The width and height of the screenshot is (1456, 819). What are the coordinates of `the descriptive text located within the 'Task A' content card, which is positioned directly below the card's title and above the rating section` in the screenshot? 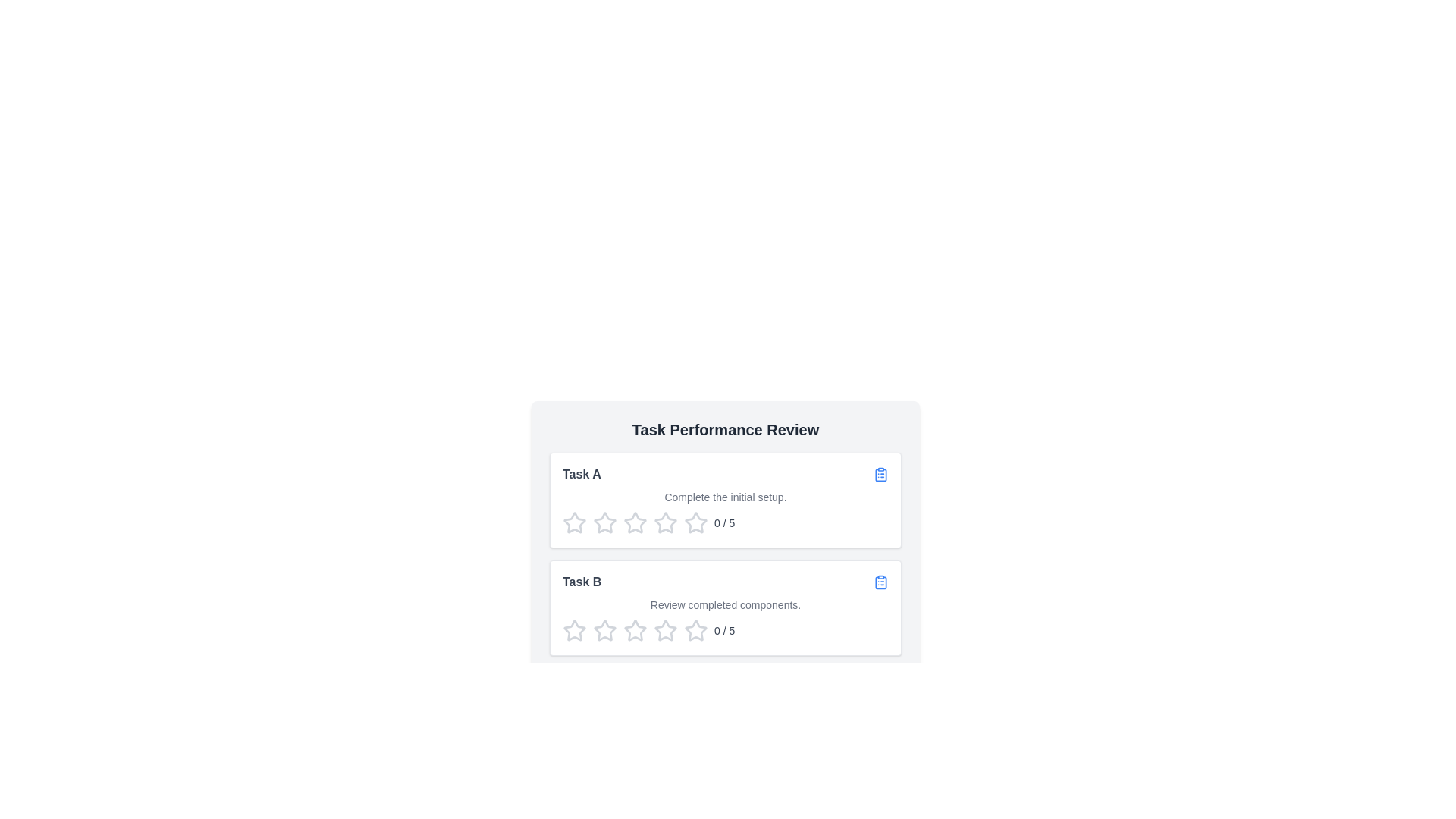 It's located at (724, 497).